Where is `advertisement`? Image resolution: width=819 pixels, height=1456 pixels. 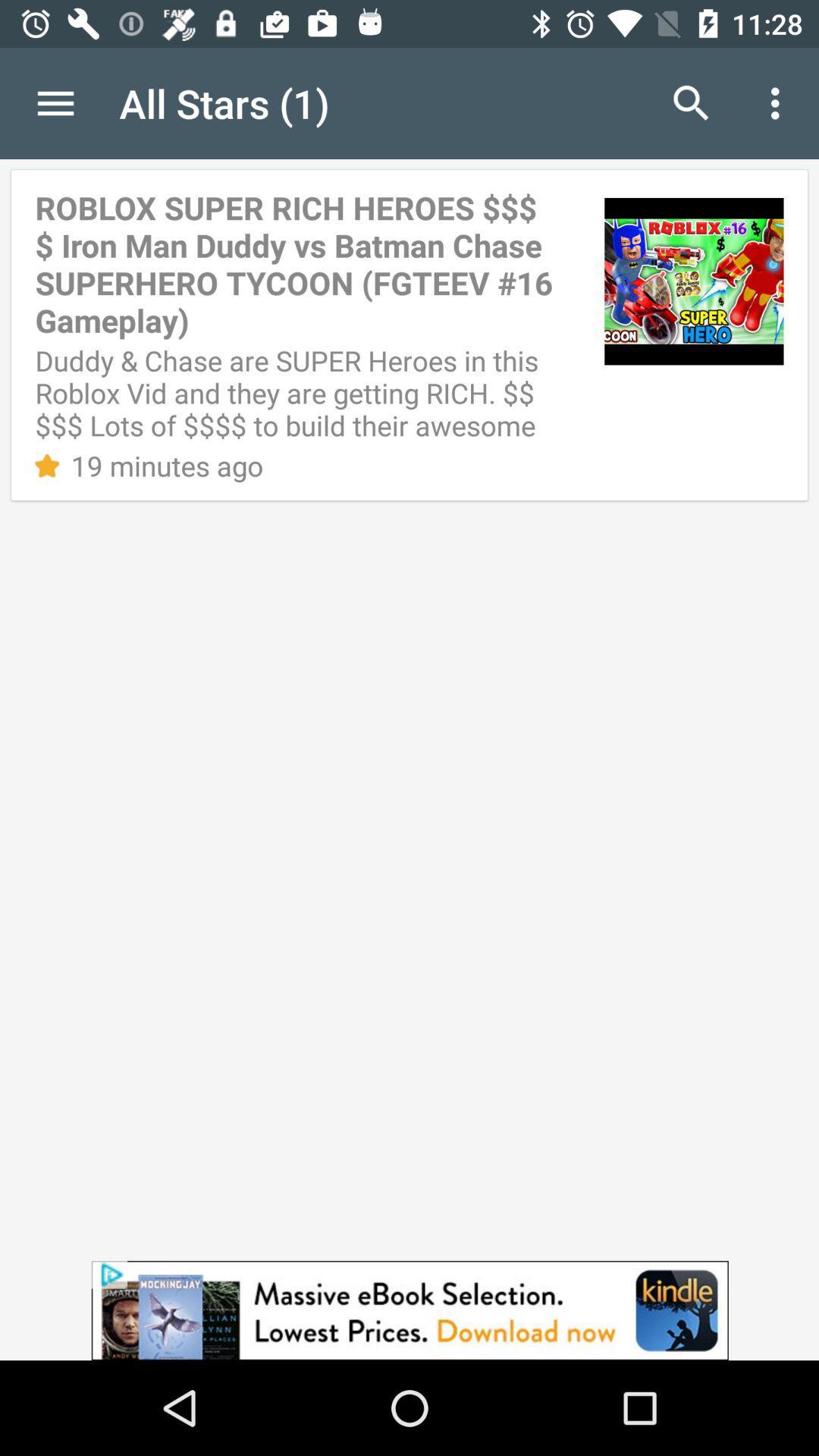
advertisement is located at coordinates (409, 1310).